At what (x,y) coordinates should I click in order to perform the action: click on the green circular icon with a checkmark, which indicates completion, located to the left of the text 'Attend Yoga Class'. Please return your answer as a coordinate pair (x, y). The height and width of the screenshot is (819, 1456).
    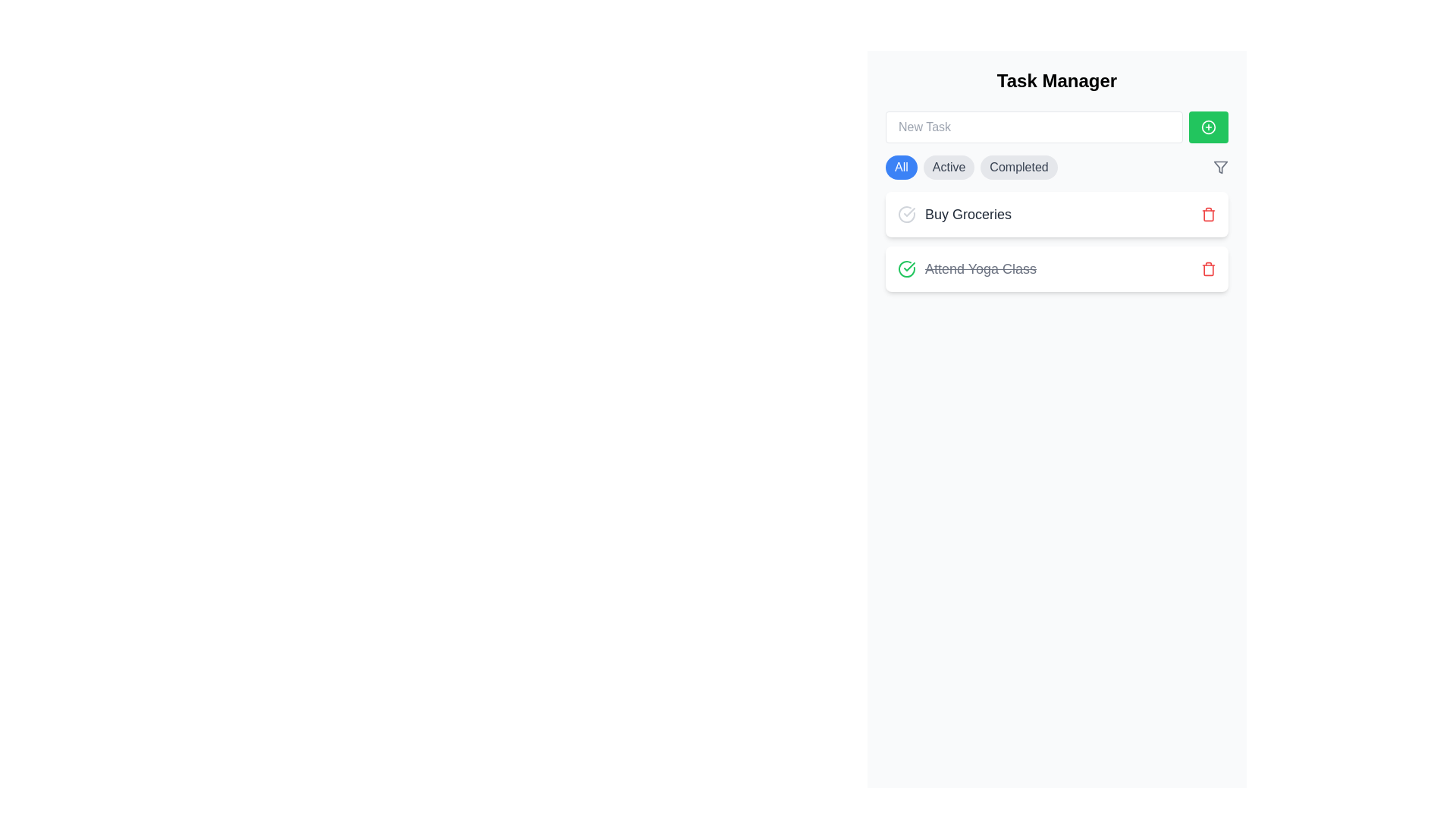
    Looking at the image, I should click on (906, 268).